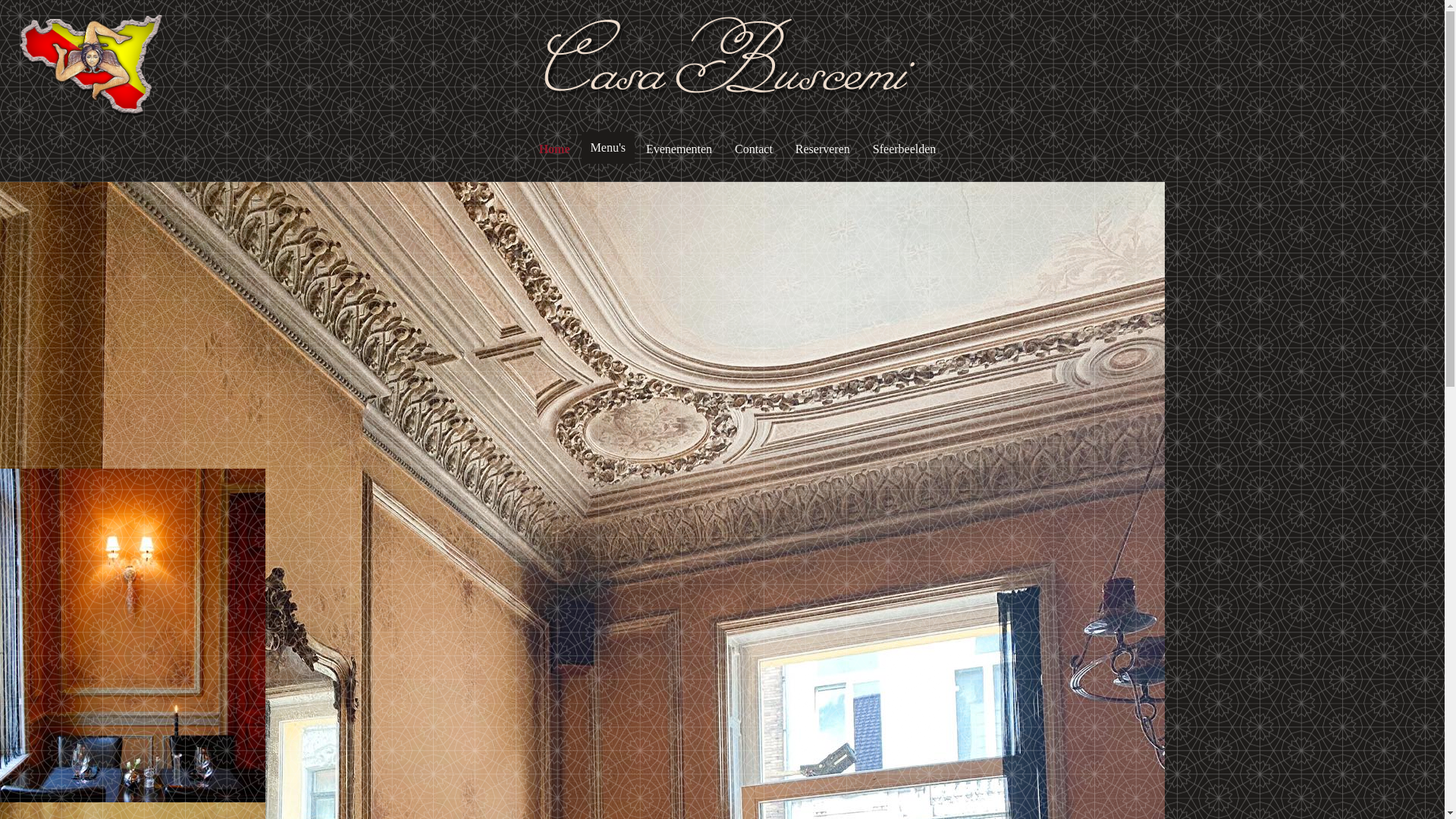 The image size is (1456, 819). Describe the element at coordinates (554, 149) in the screenshot. I see `'Home'` at that location.